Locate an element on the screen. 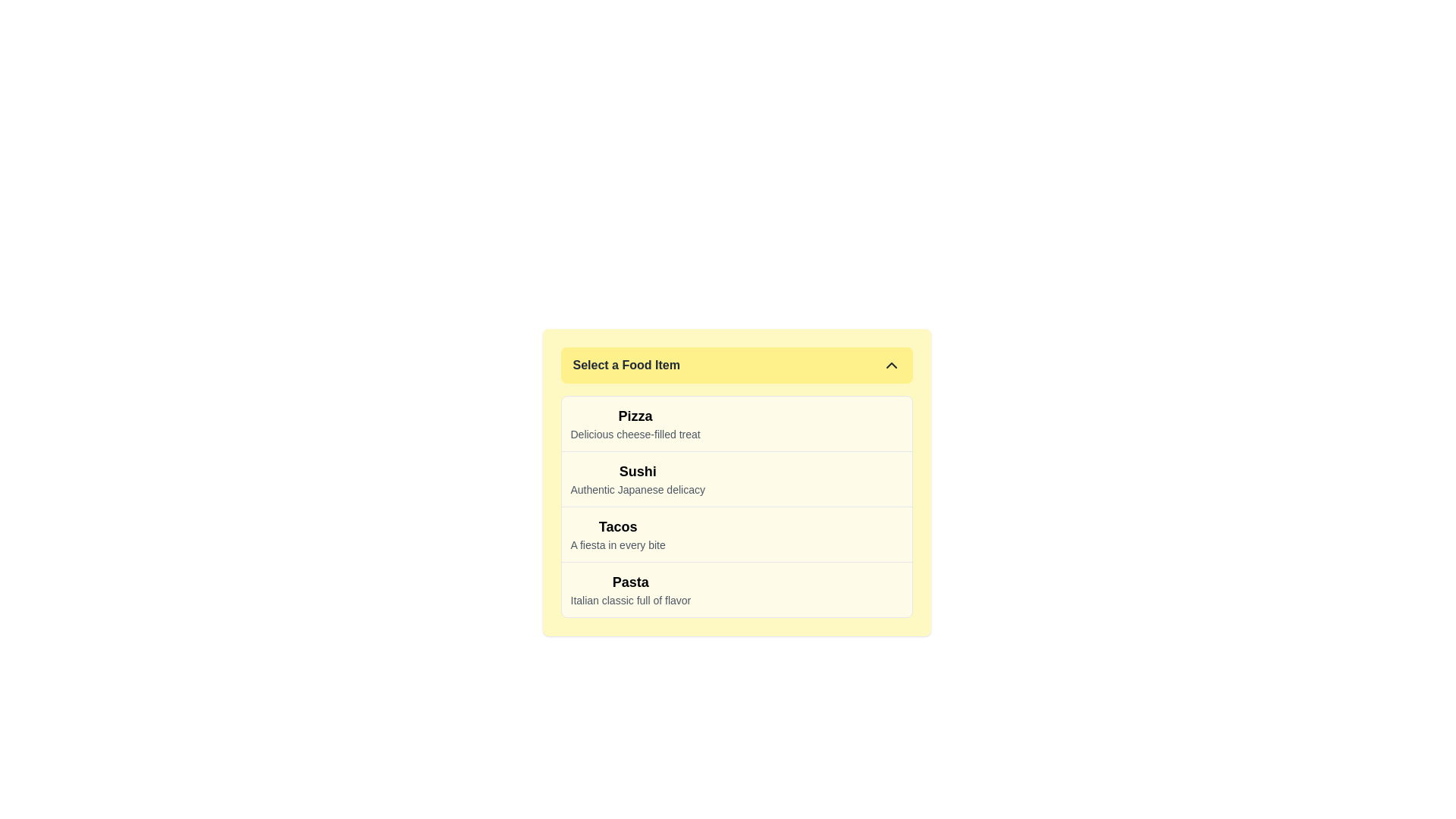 This screenshot has width=1456, height=819. the selectable list item representing the 'Sushi' food option is located at coordinates (736, 479).